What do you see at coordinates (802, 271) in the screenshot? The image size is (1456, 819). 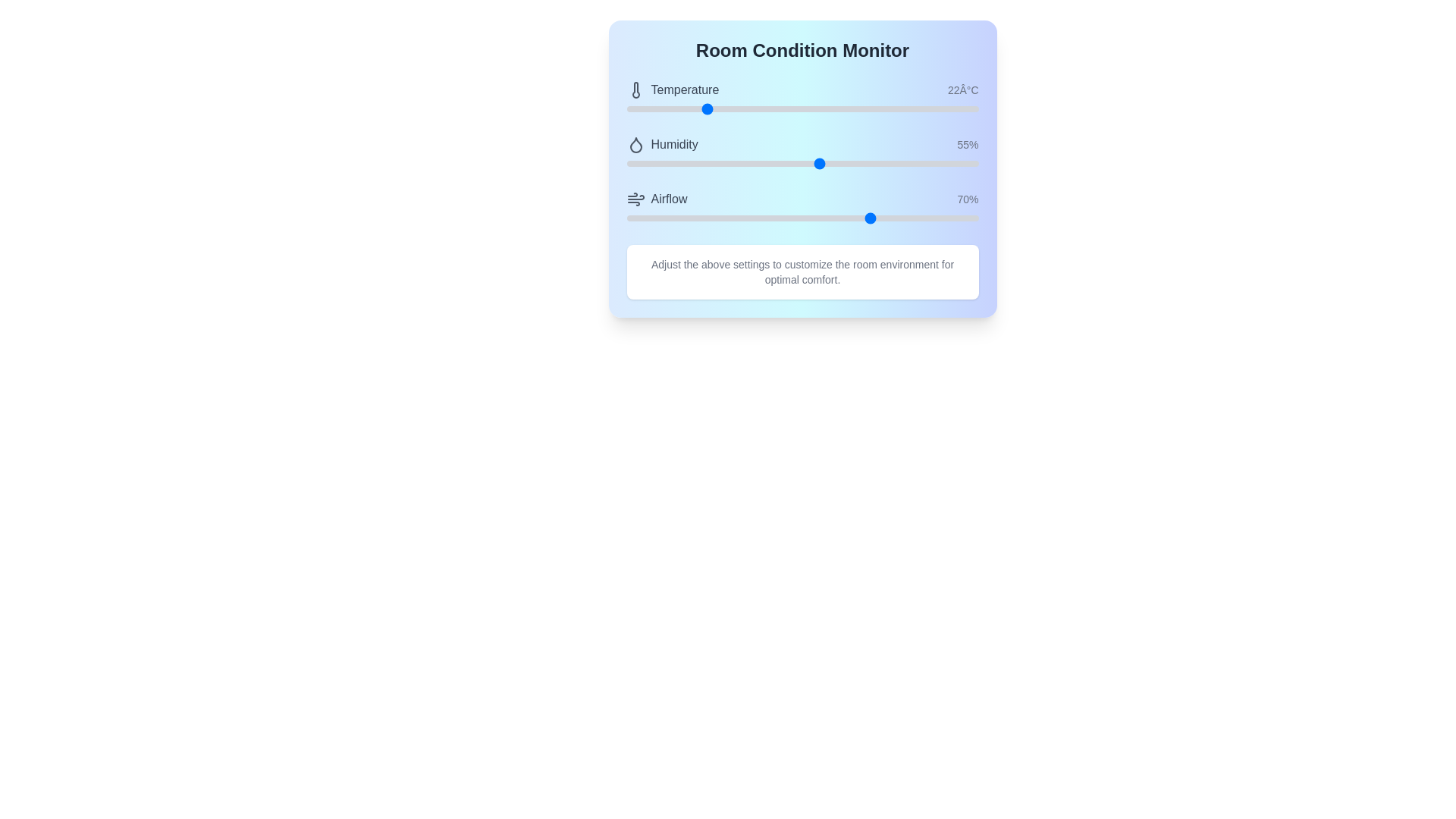 I see `descriptive instruction text provided in the Informational text component located at the bottom of the 'Room Condition Monitor' card, which is centered beneath the sliders for Temperature, Humidity, and Airflow adjustments` at bounding box center [802, 271].